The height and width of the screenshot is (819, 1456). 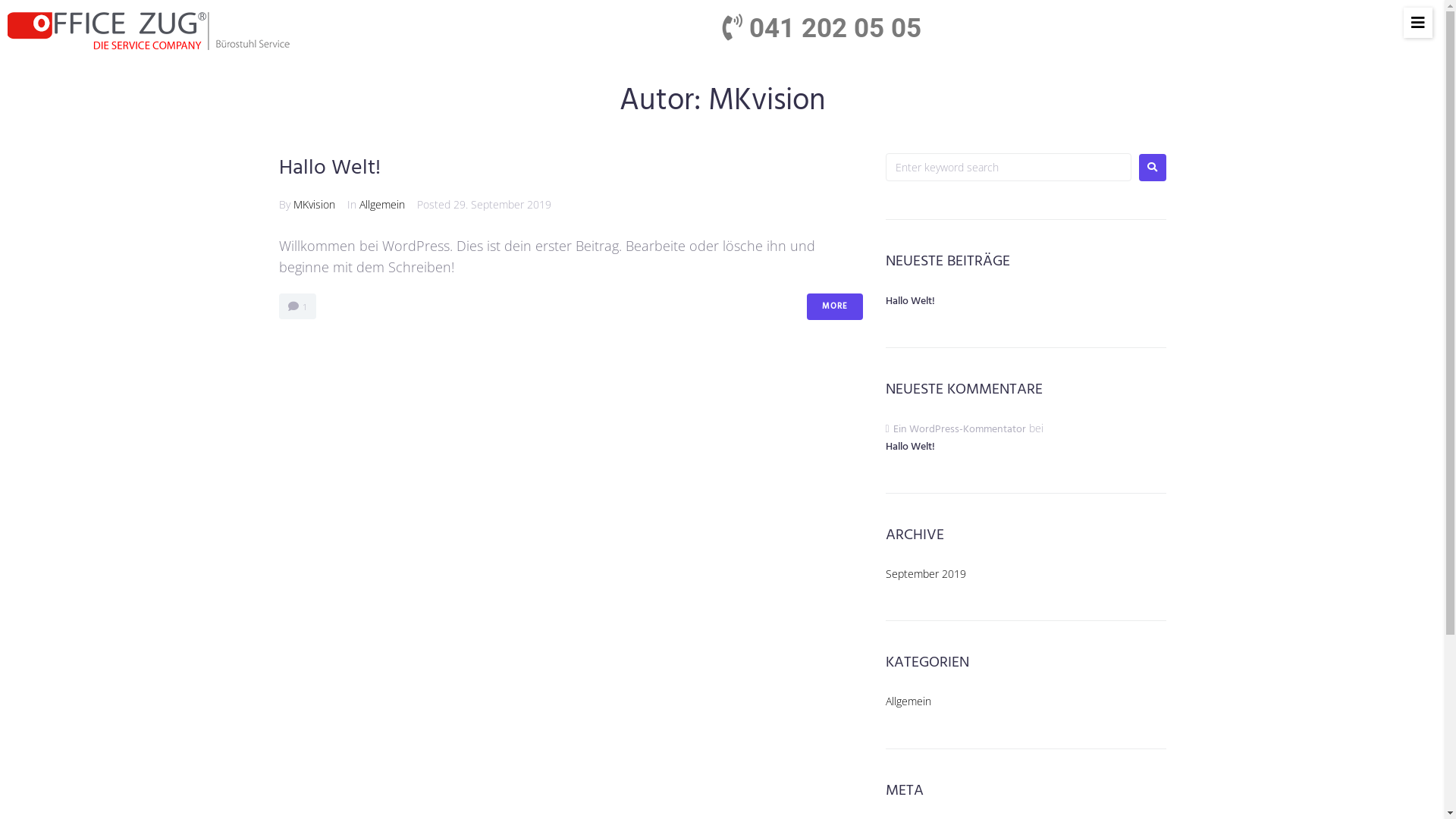 I want to click on 'MORE', so click(x=806, y=306).